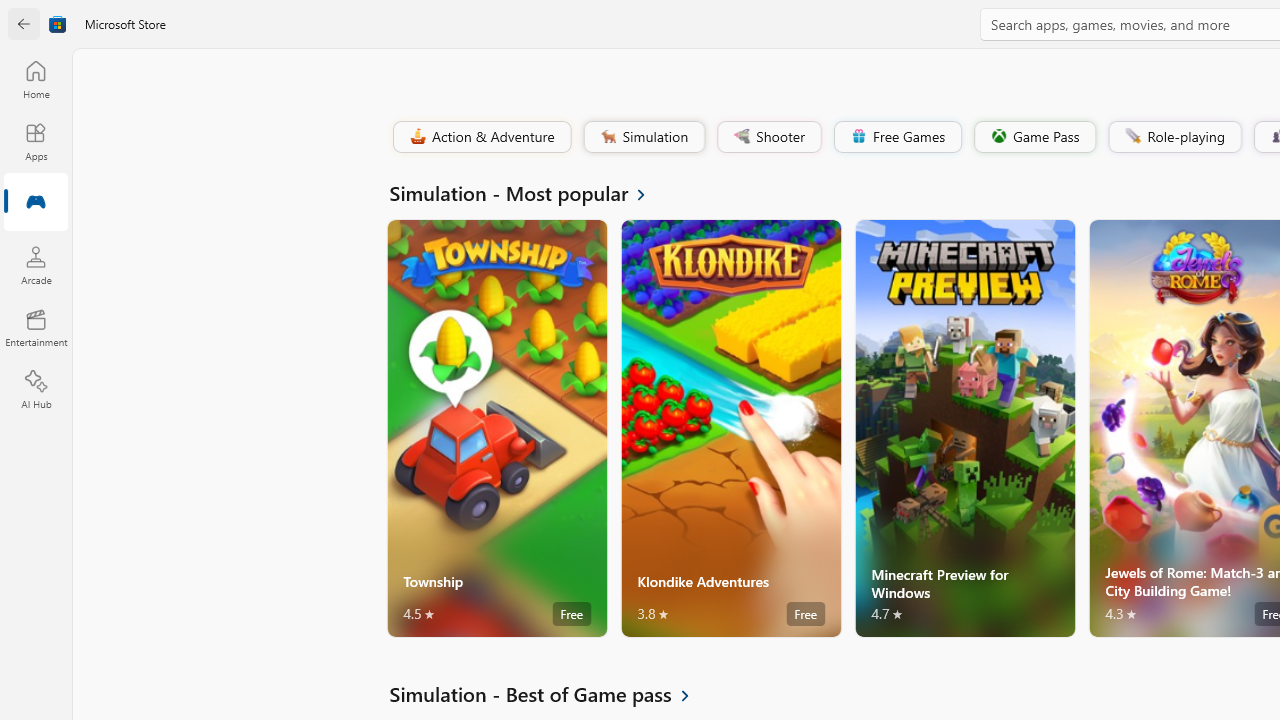 This screenshot has width=1280, height=720. Describe the element at coordinates (1033, 135) in the screenshot. I see `'Game Pass'` at that location.